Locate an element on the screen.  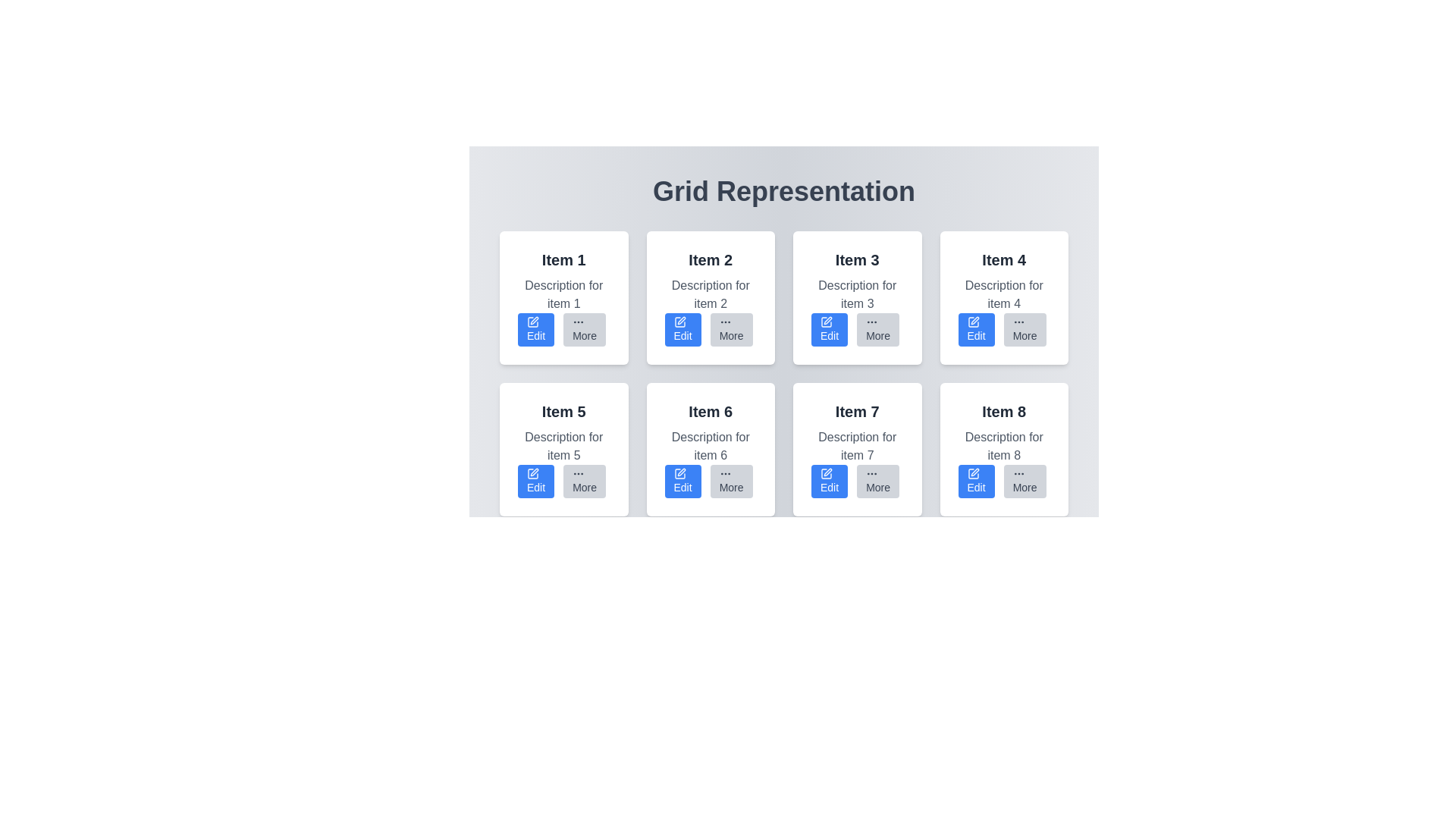
the 'More' button on the first card in the grid layout, located at the top-left corner is located at coordinates (563, 298).